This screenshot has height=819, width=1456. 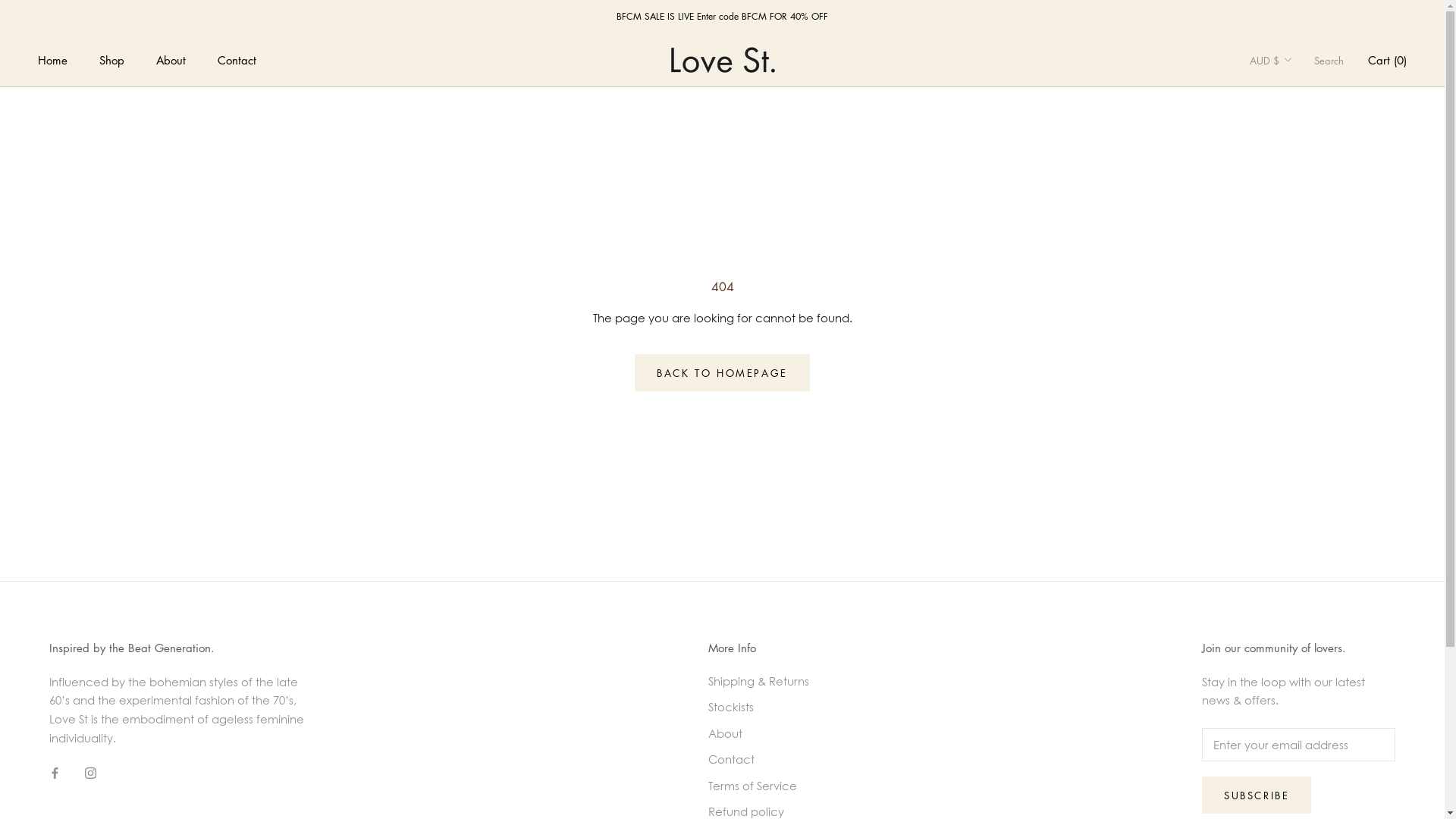 What do you see at coordinates (758, 707) in the screenshot?
I see `'Stockists'` at bounding box center [758, 707].